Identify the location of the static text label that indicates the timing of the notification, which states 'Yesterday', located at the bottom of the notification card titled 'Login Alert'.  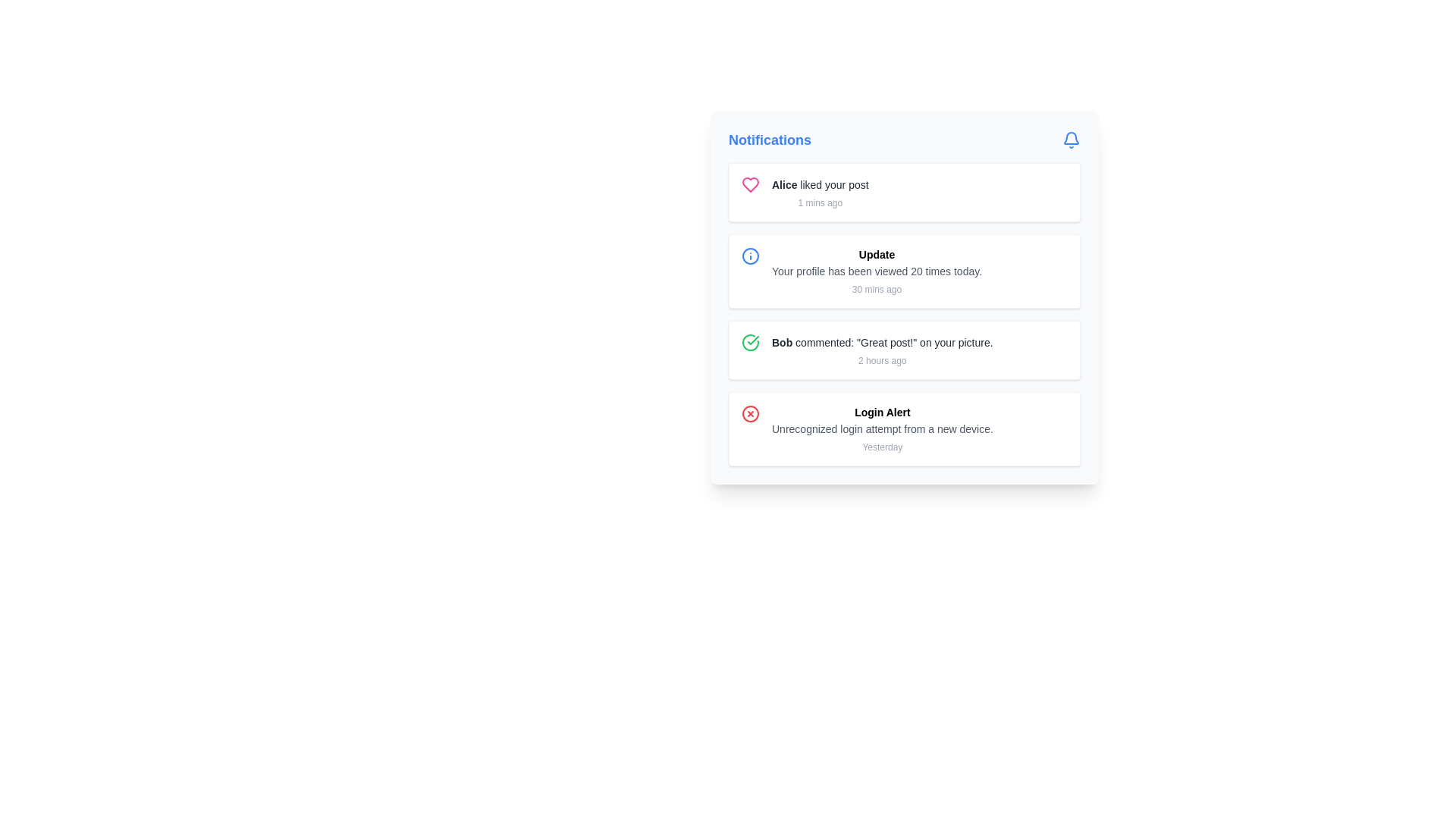
(882, 447).